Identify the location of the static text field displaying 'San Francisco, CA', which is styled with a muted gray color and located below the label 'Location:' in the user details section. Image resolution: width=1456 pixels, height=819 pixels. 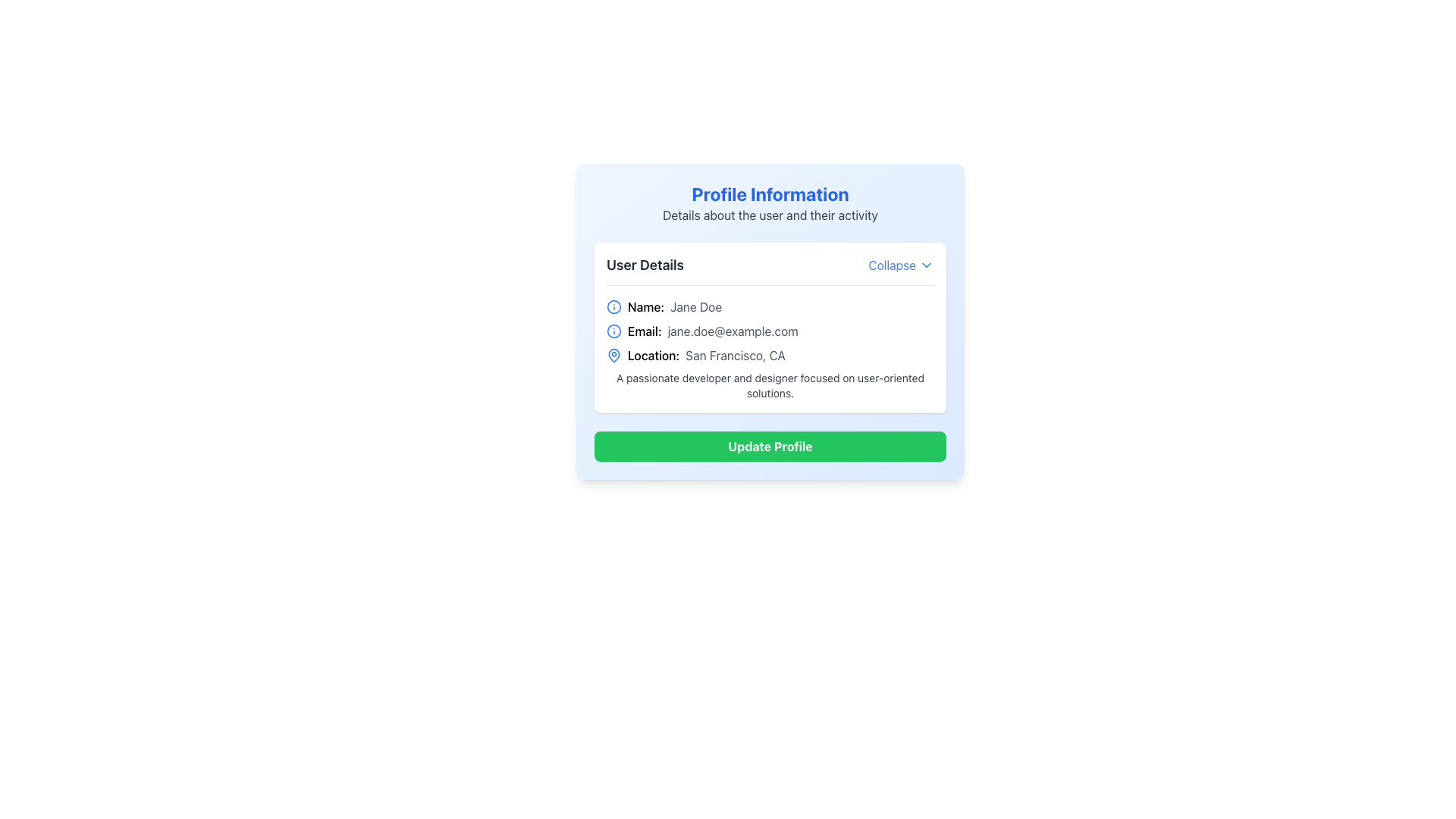
(735, 356).